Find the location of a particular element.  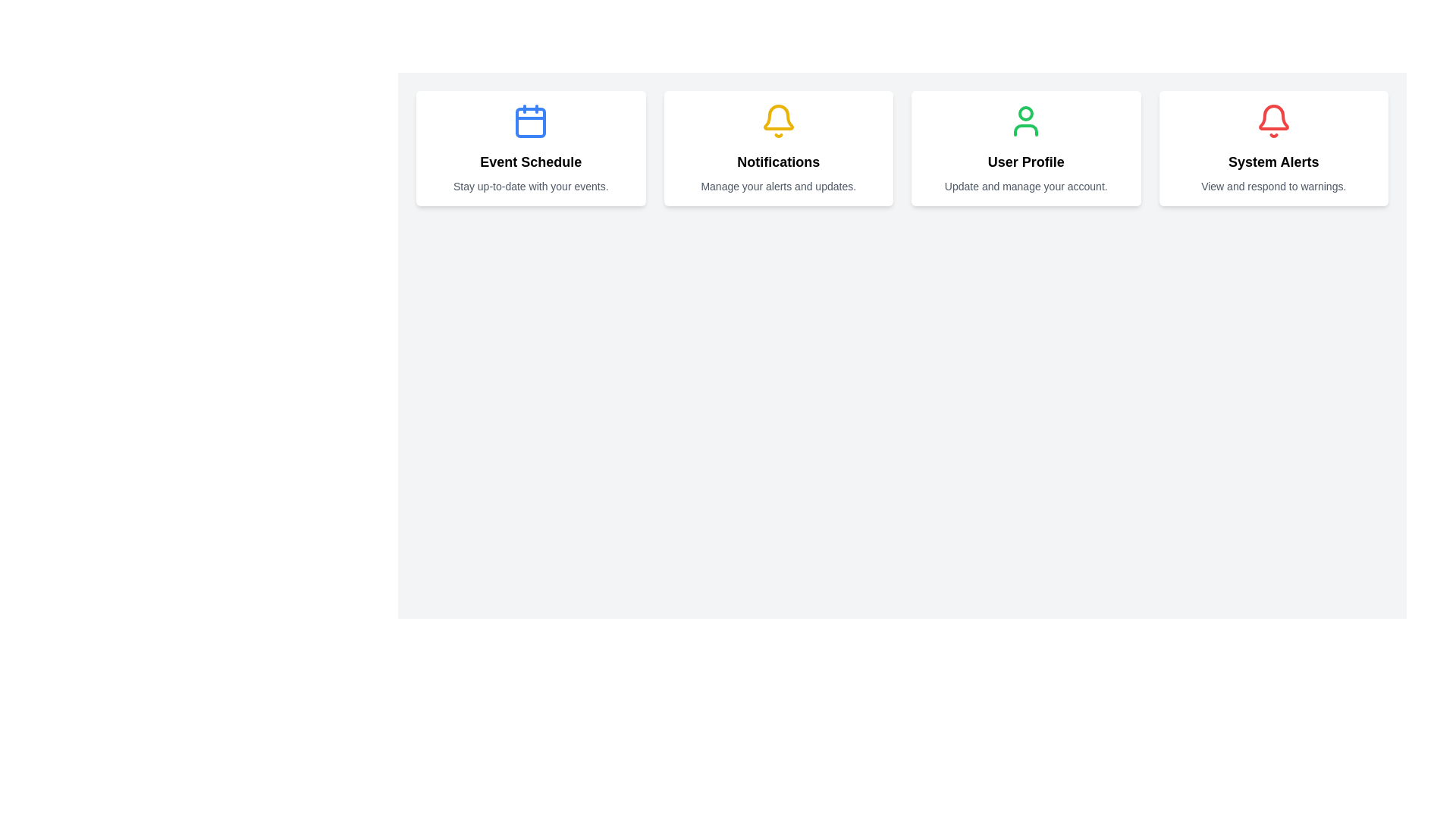

the blue calendar icon located at the top center of the 'Event Schedule' text box, which is the leftmost card in a row of four cards is located at coordinates (531, 120).